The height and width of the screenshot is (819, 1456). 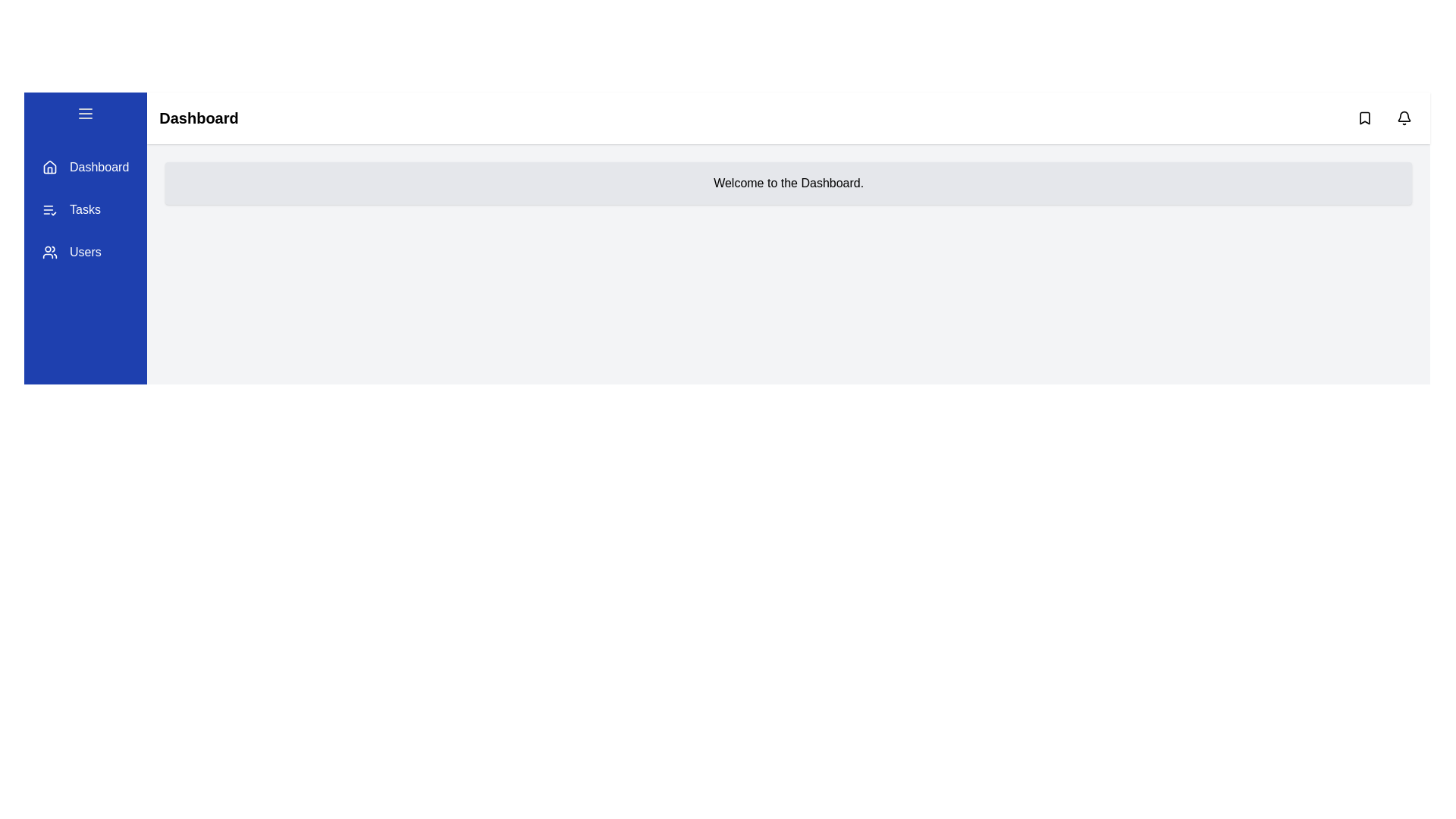 What do you see at coordinates (50, 251) in the screenshot?
I see `the SVG icon of two users aligned to the left side of the 'Users' navigation item` at bounding box center [50, 251].